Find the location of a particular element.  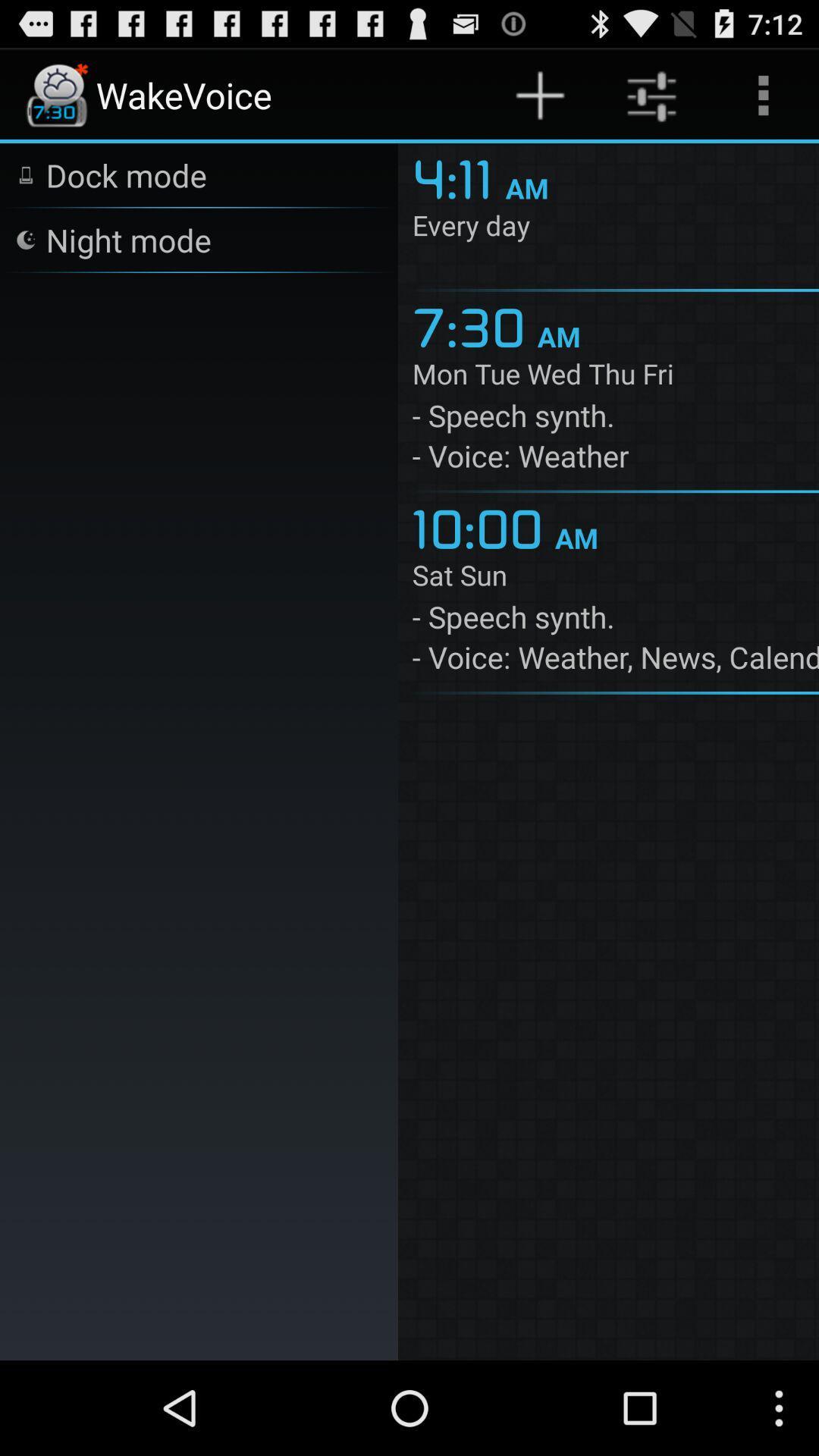

app next to the 4:11 icon is located at coordinates (127, 239).